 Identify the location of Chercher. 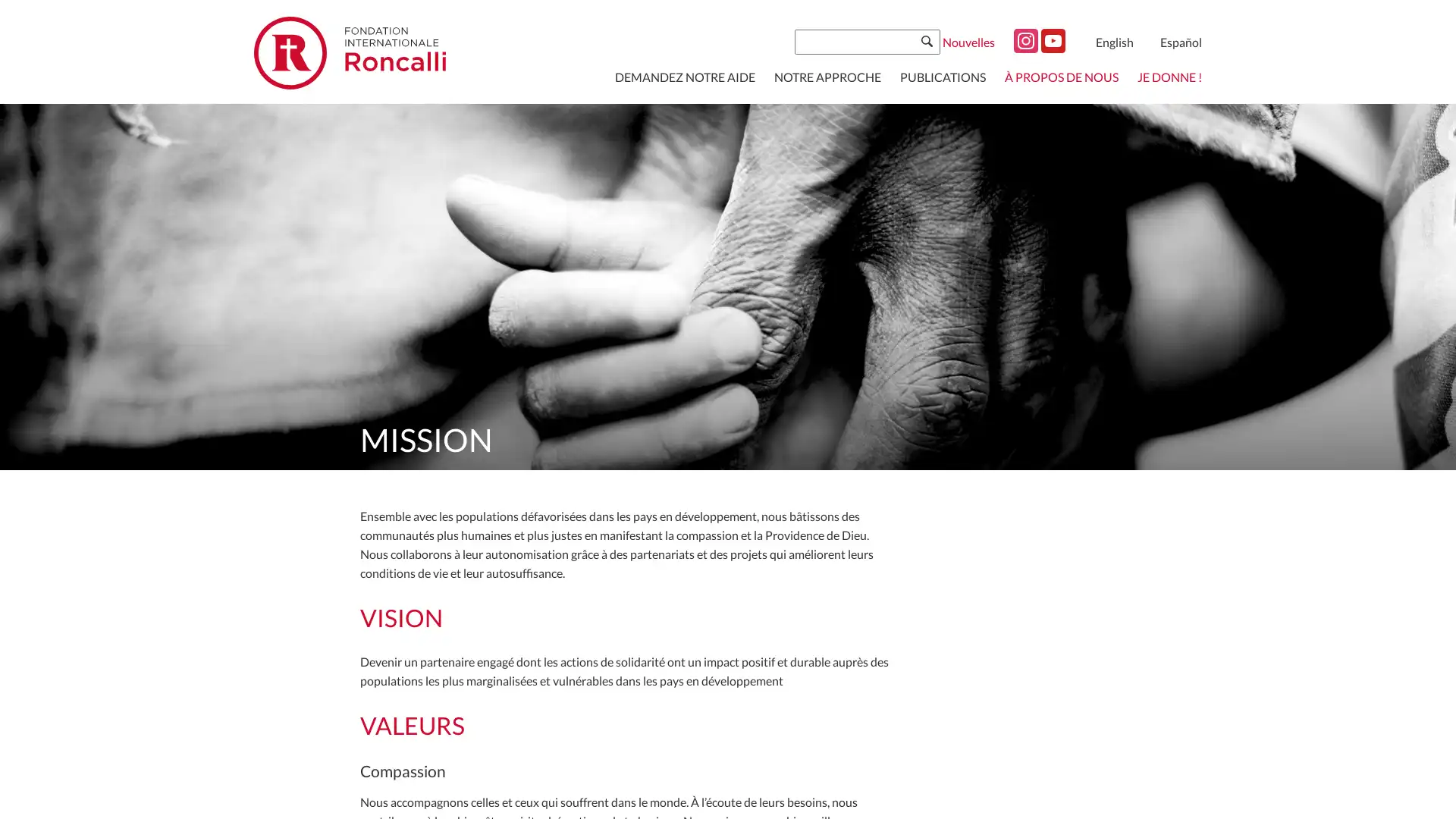
(926, 40).